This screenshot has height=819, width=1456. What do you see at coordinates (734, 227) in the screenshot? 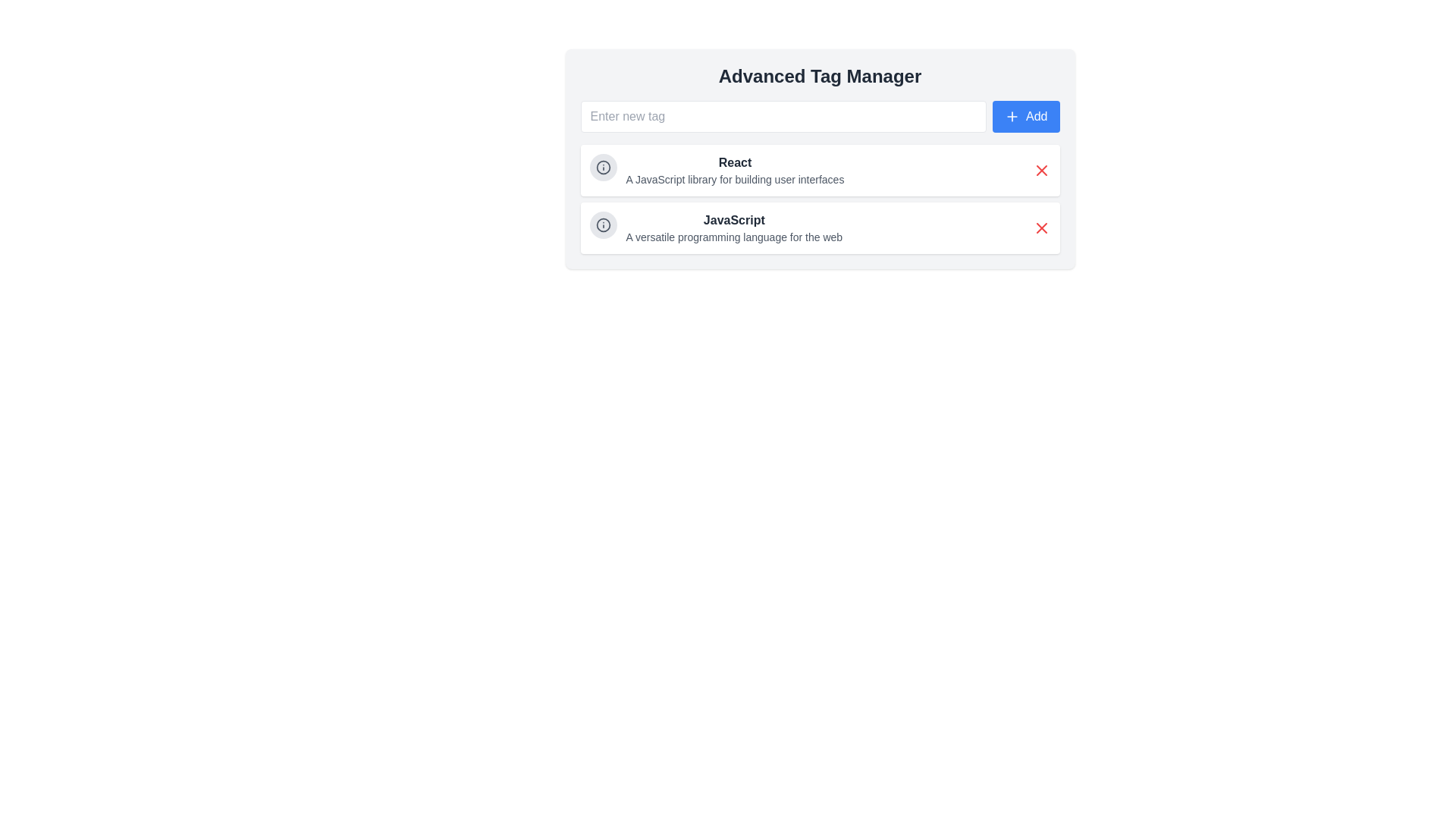
I see `the informational text element labeled 'JavaScript'` at bounding box center [734, 227].